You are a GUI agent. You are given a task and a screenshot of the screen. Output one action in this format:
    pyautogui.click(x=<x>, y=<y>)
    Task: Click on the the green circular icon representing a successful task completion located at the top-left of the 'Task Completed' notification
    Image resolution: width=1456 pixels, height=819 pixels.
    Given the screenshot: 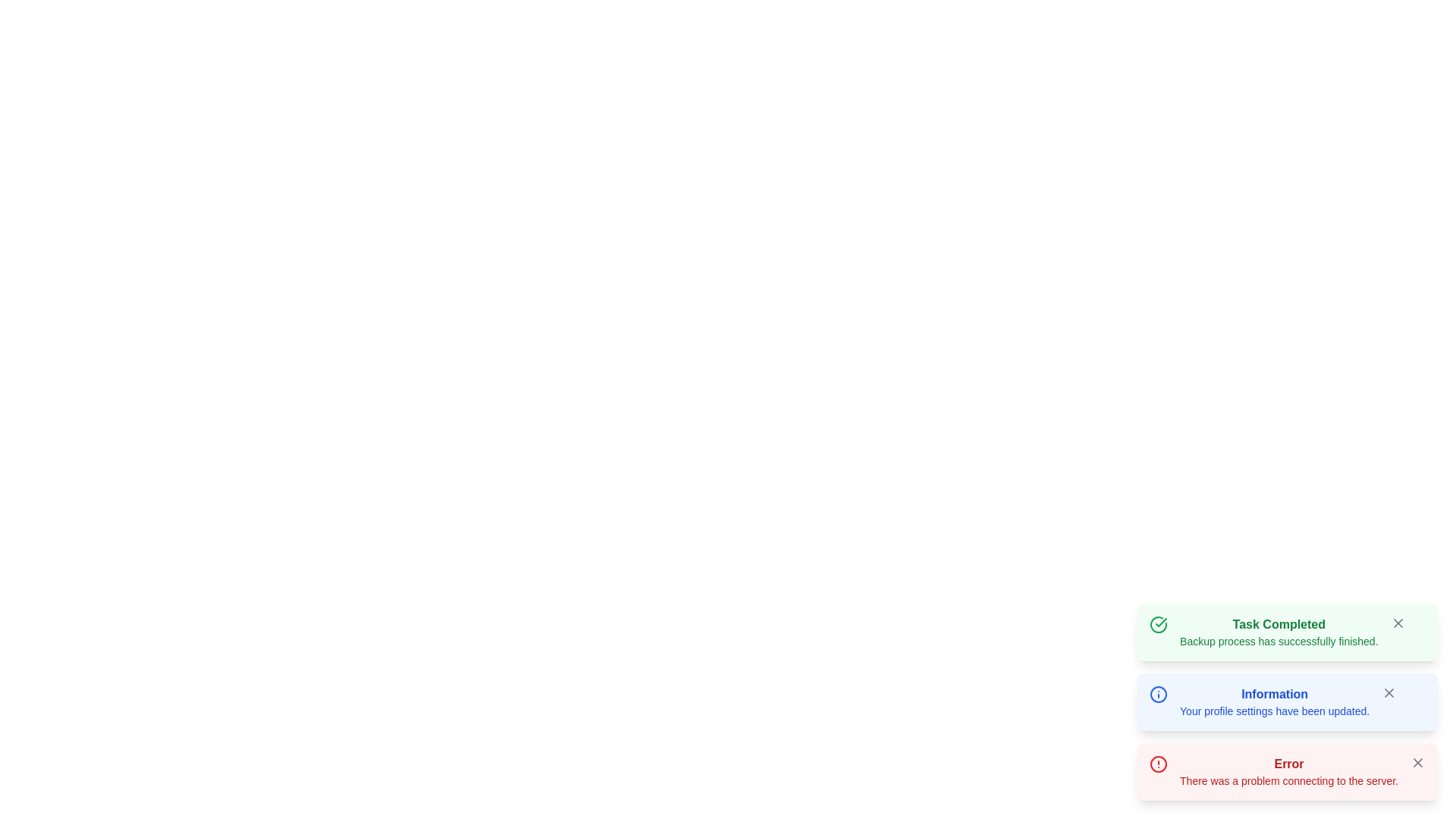 What is the action you would take?
    pyautogui.click(x=1160, y=623)
    